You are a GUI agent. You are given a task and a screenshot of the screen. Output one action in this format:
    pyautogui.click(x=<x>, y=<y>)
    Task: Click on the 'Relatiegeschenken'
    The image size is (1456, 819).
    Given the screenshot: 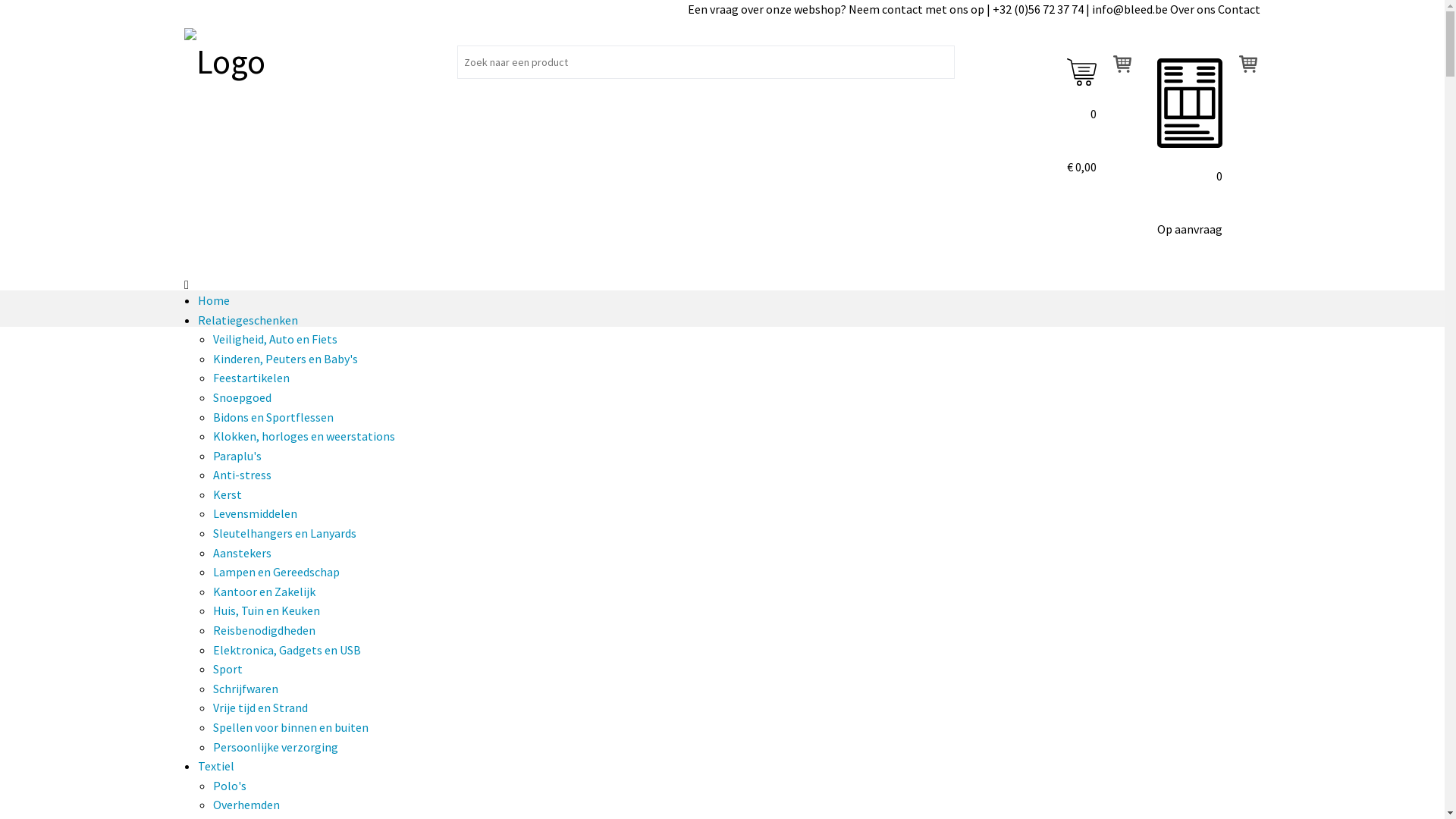 What is the action you would take?
    pyautogui.click(x=196, y=318)
    